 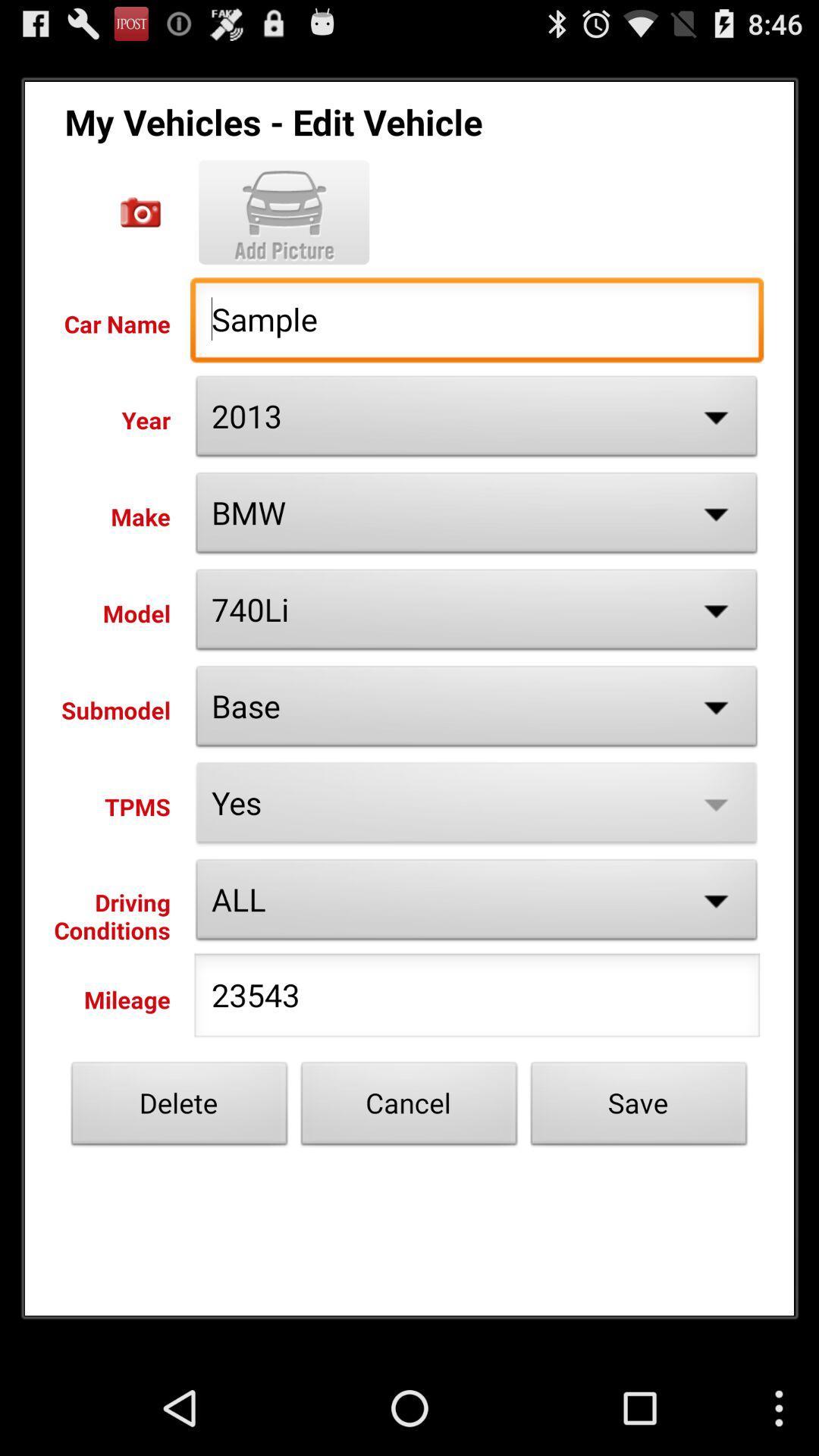 I want to click on photo, so click(x=284, y=212).